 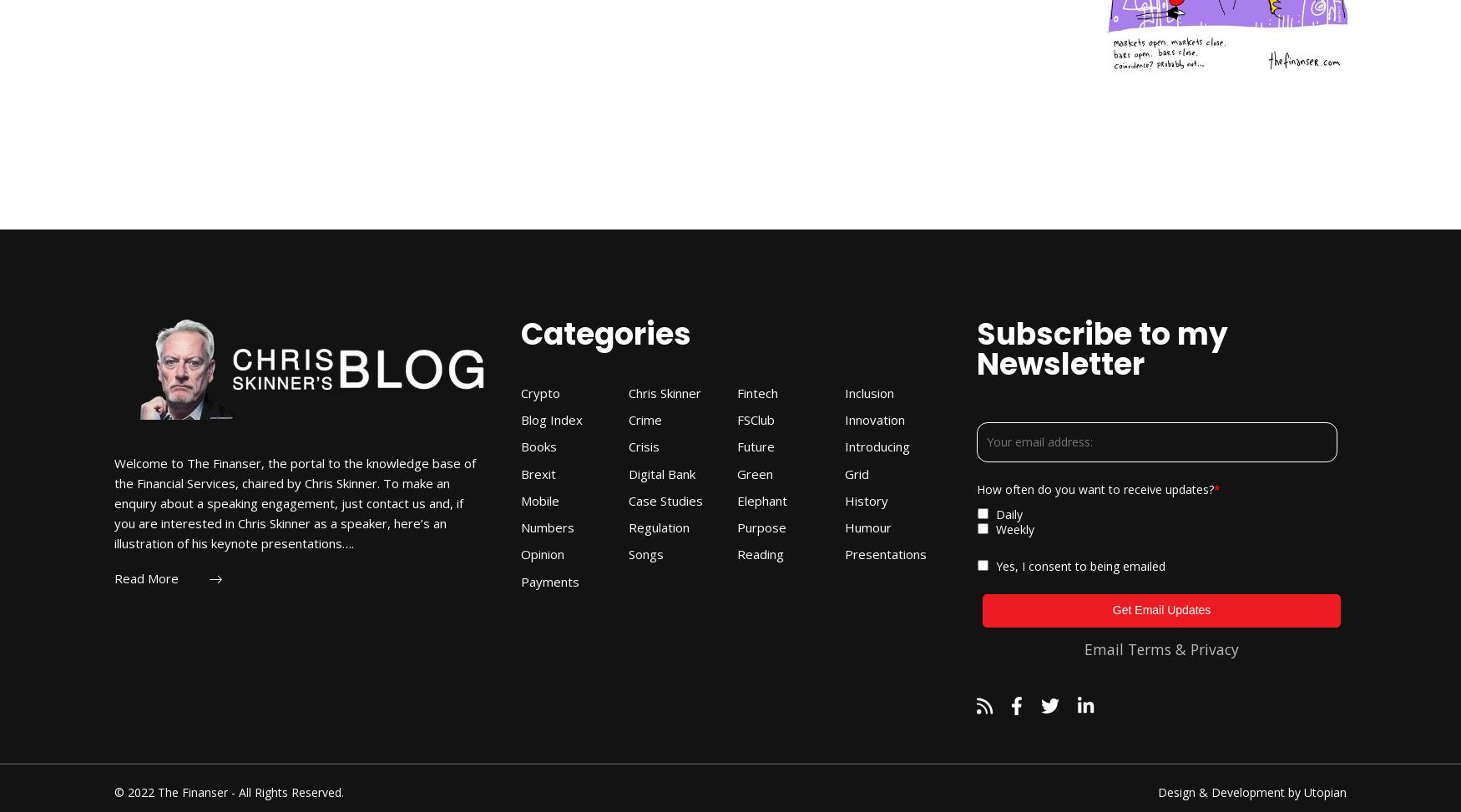 What do you see at coordinates (664, 391) in the screenshot?
I see `'Chris Skinner'` at bounding box center [664, 391].